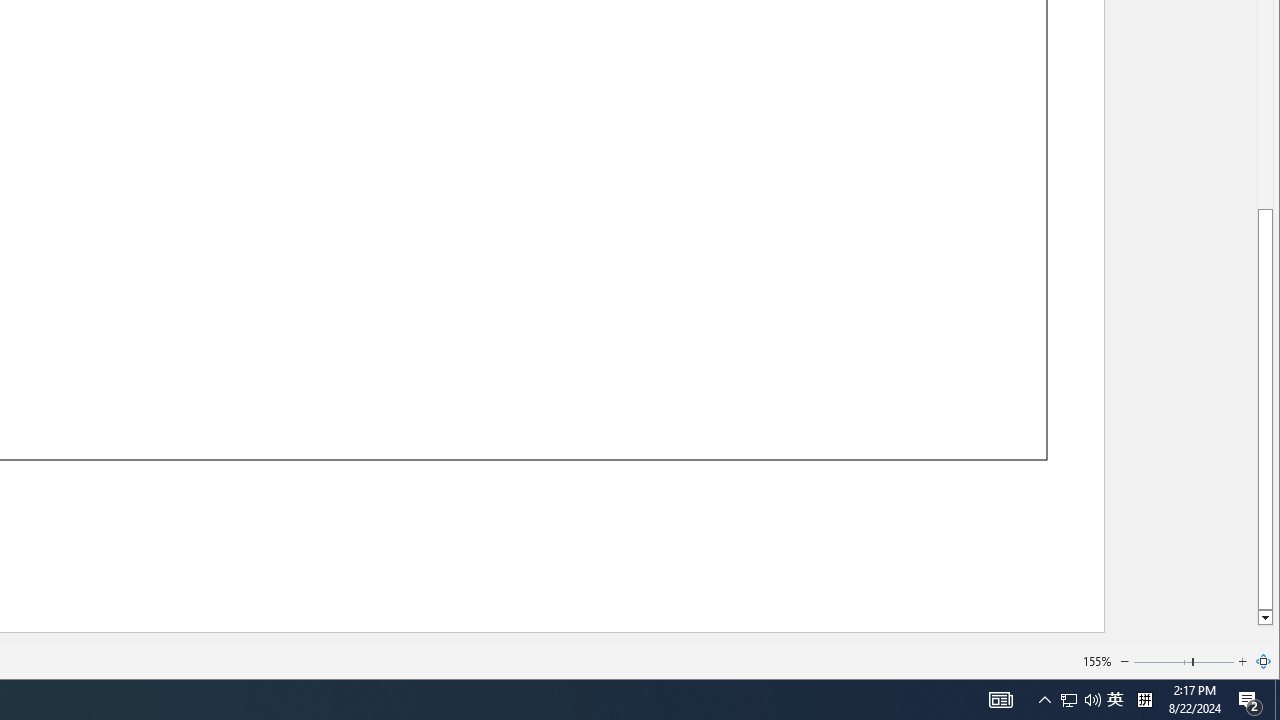  What do you see at coordinates (1044, 698) in the screenshot?
I see `'Notification Chevron'` at bounding box center [1044, 698].